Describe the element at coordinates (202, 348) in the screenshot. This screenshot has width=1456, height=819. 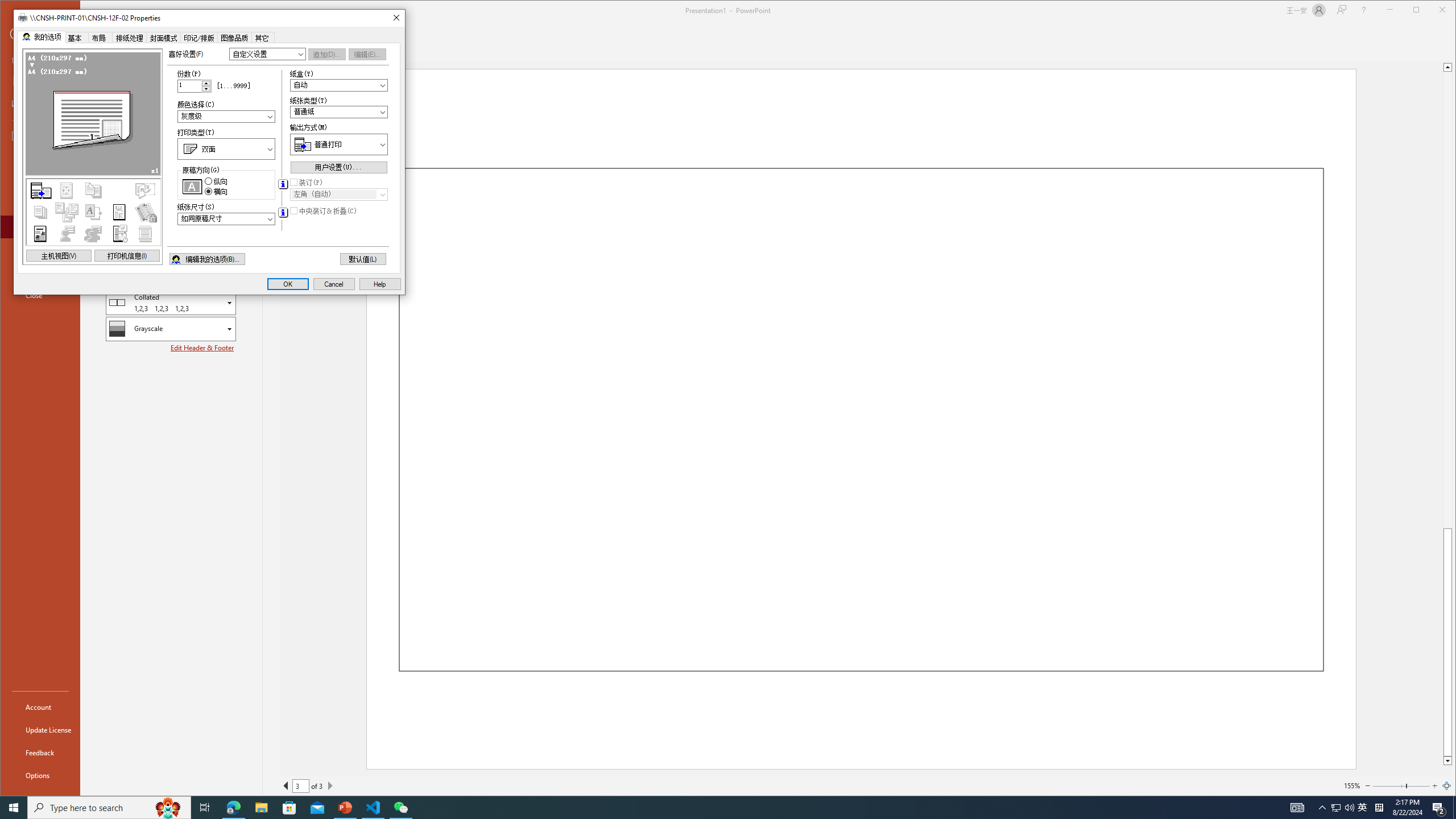
I see `'Edit Header & Footer'` at that location.